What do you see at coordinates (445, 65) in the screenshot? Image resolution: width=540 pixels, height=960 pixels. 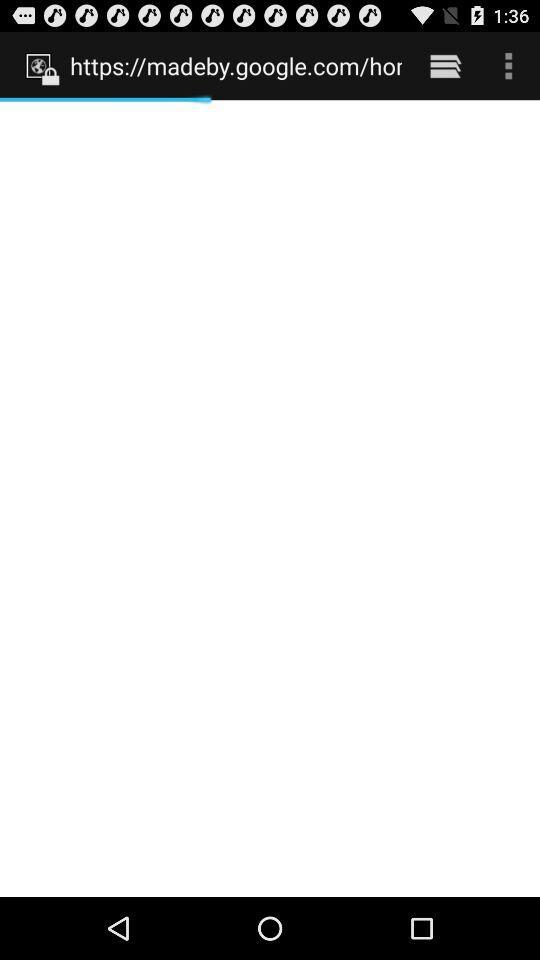 I see `the item next to https madeby google icon` at bounding box center [445, 65].